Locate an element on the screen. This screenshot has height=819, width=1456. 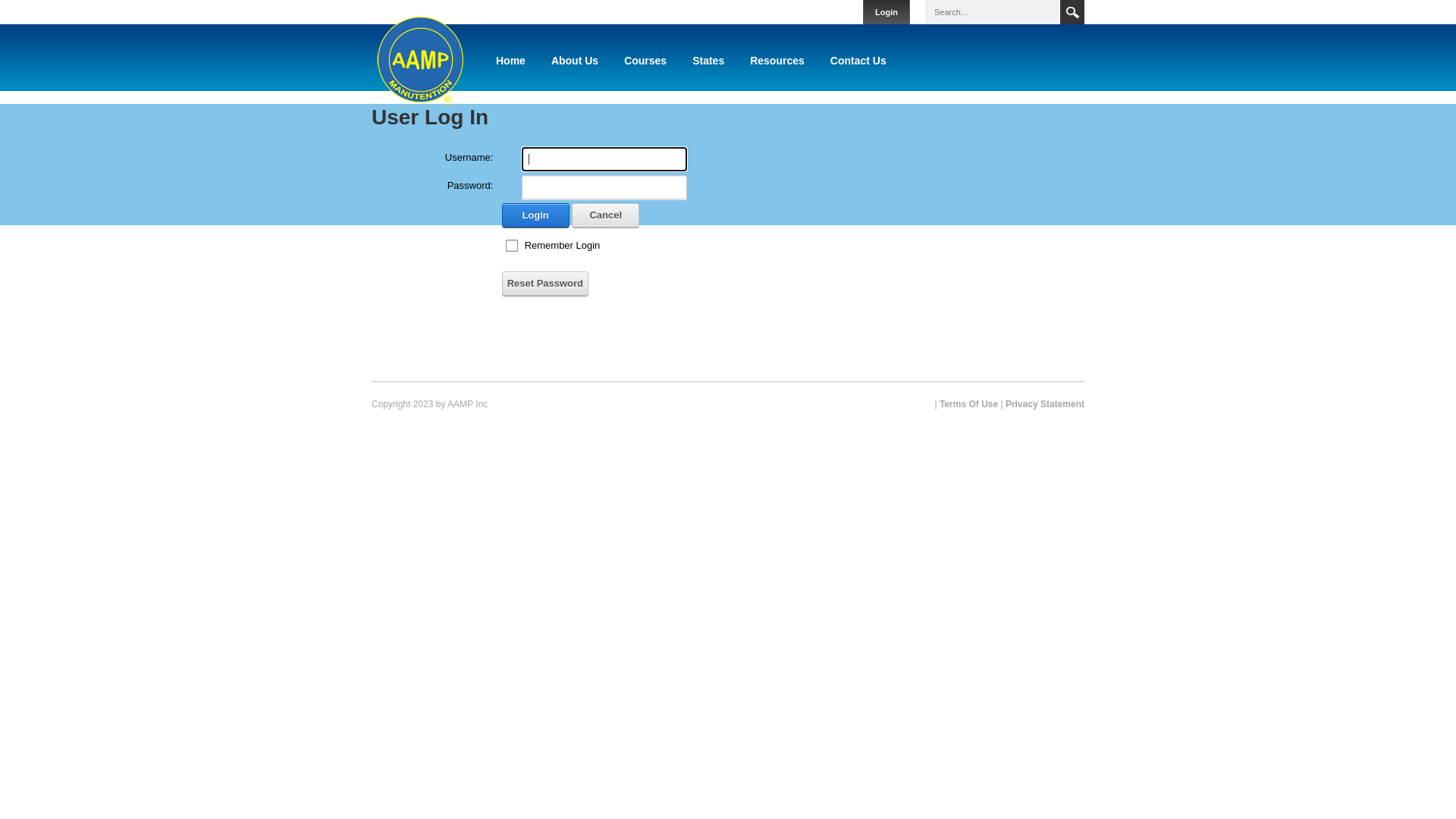
'Australian Association of Manutention Practitioners ' is located at coordinates (371, 57).